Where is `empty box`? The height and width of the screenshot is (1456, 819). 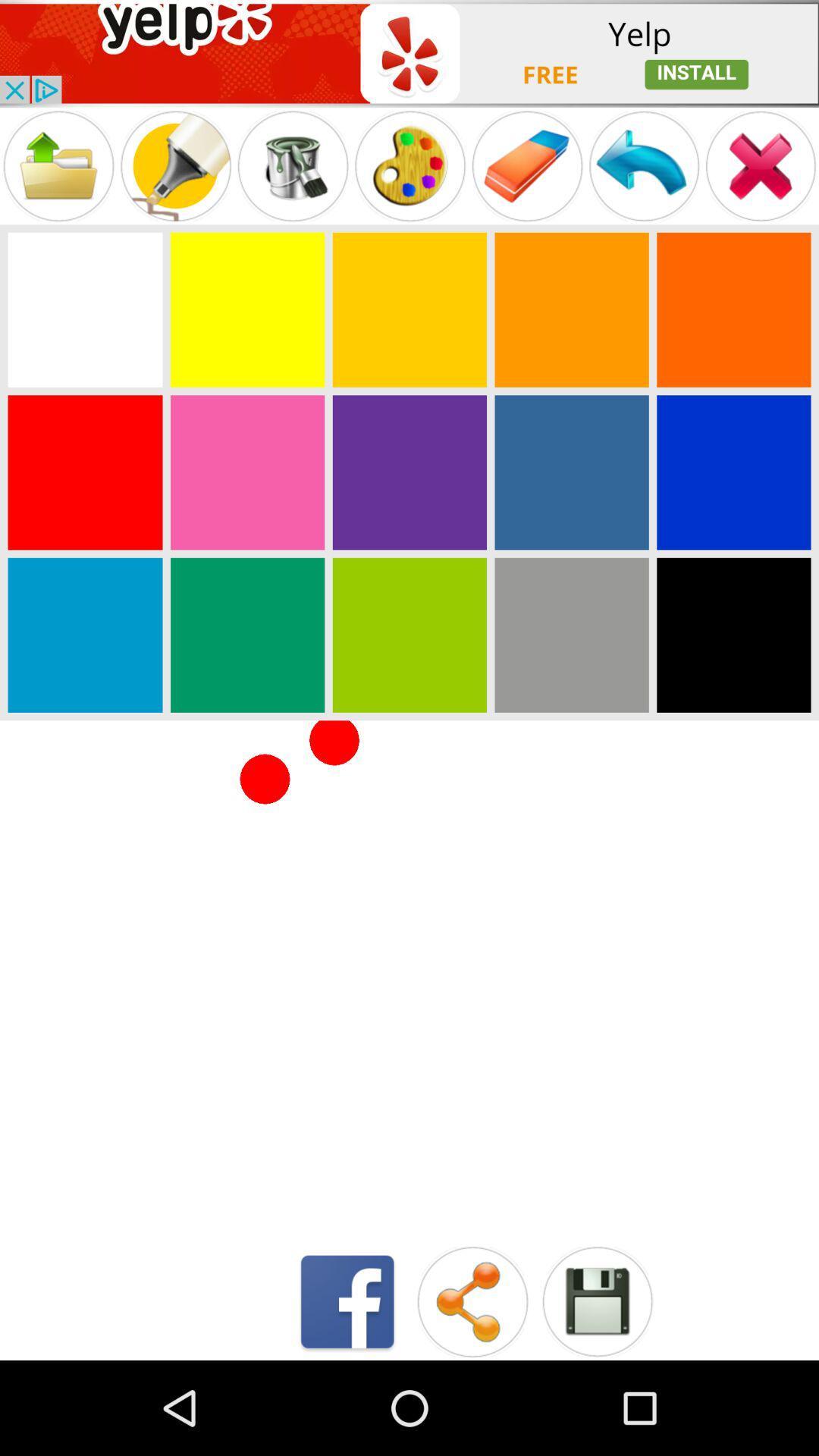 empty box is located at coordinates (85, 309).